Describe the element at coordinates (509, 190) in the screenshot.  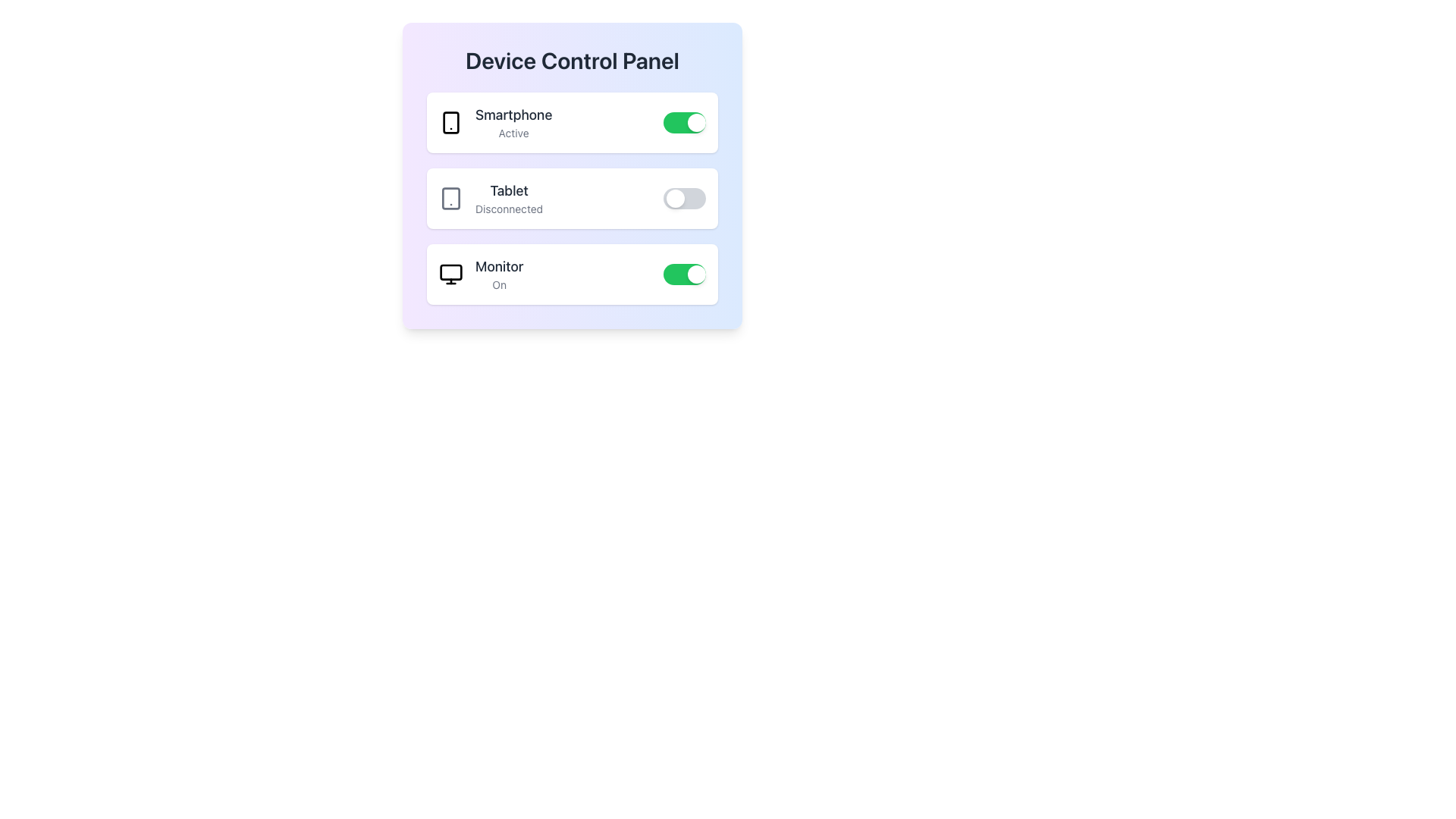
I see `the text label displaying 'Tablet' in bold, dark gray font, which is located in the device management panel next to a tablet icon` at that location.